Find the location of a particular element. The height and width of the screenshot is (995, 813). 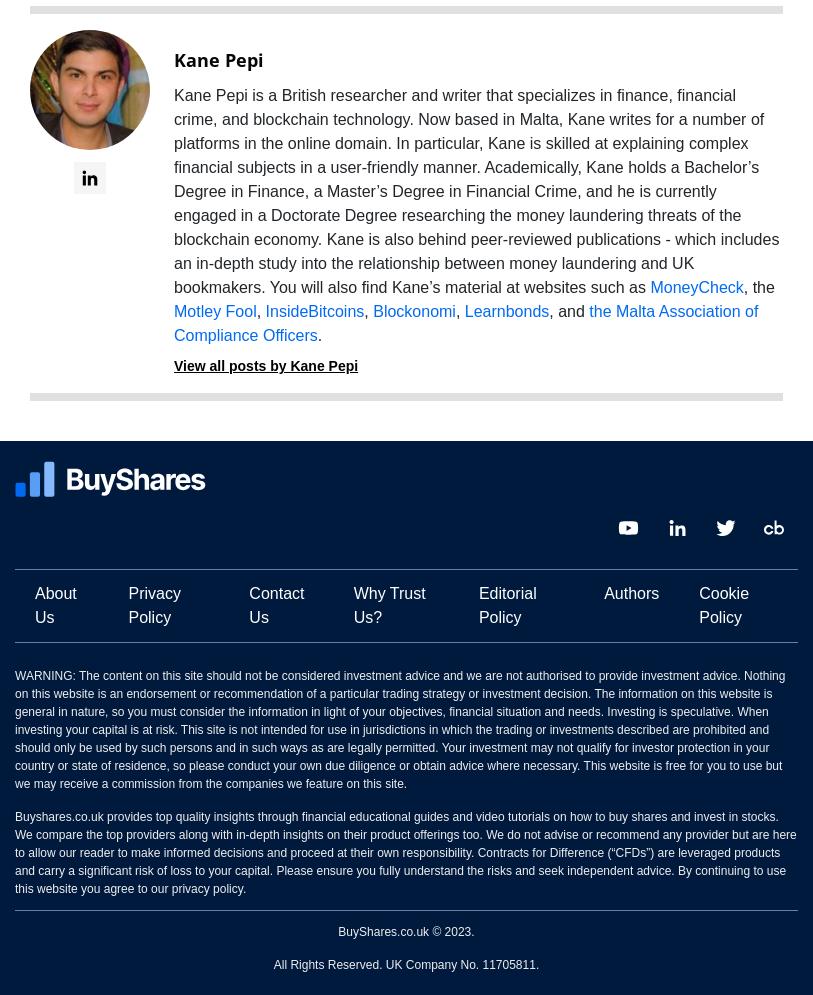

'Buyshares.co.uk provides top quality insights through financial educational guides and video tutorials on how to buy shares and invest in stocks. We compare the top providers along with in-depth insights on their product offerings too. We do not advise or recommend any provider but are here to allow our reader to make informed decisions and proceed at their own responsibility. Contracts for Difference (“CFDs”) are leveraged products and carry a significant risk of loss to your capital. Please ensure you fully understand the risks and seek independent advice. By continuing to use this website you agree to our privacy policy.' is located at coordinates (404, 853).